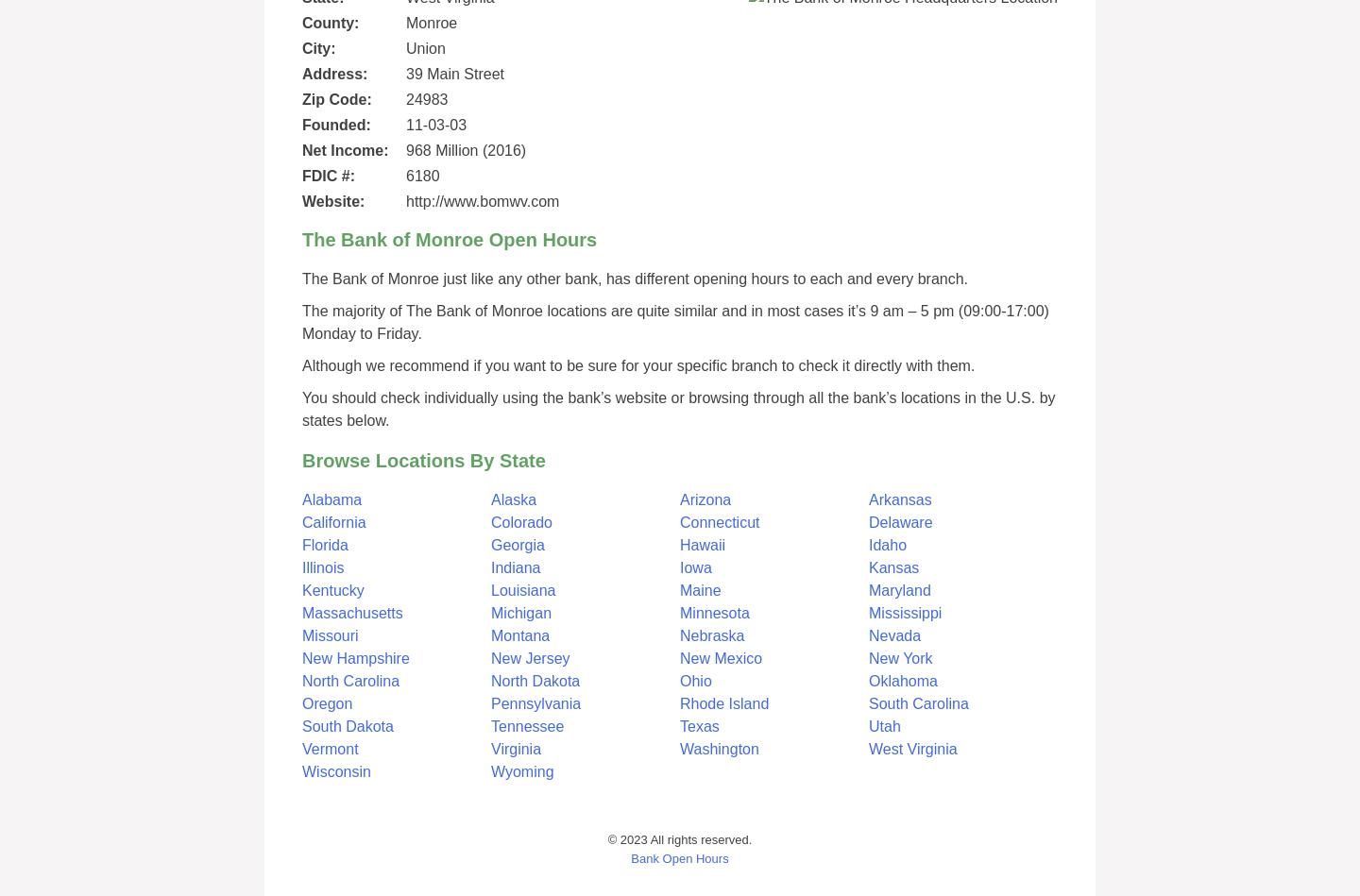  Describe the element at coordinates (678, 409) in the screenshot. I see `'You should check individually using the bank’s website or browsing through all the bank’s locations in the U.S. by states below.'` at that location.